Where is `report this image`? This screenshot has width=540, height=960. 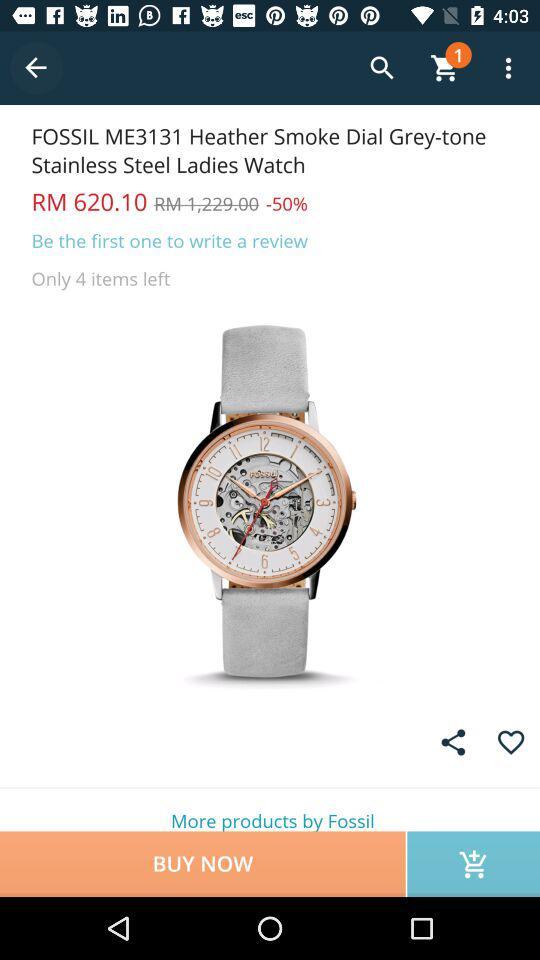 report this image is located at coordinates (453, 741).